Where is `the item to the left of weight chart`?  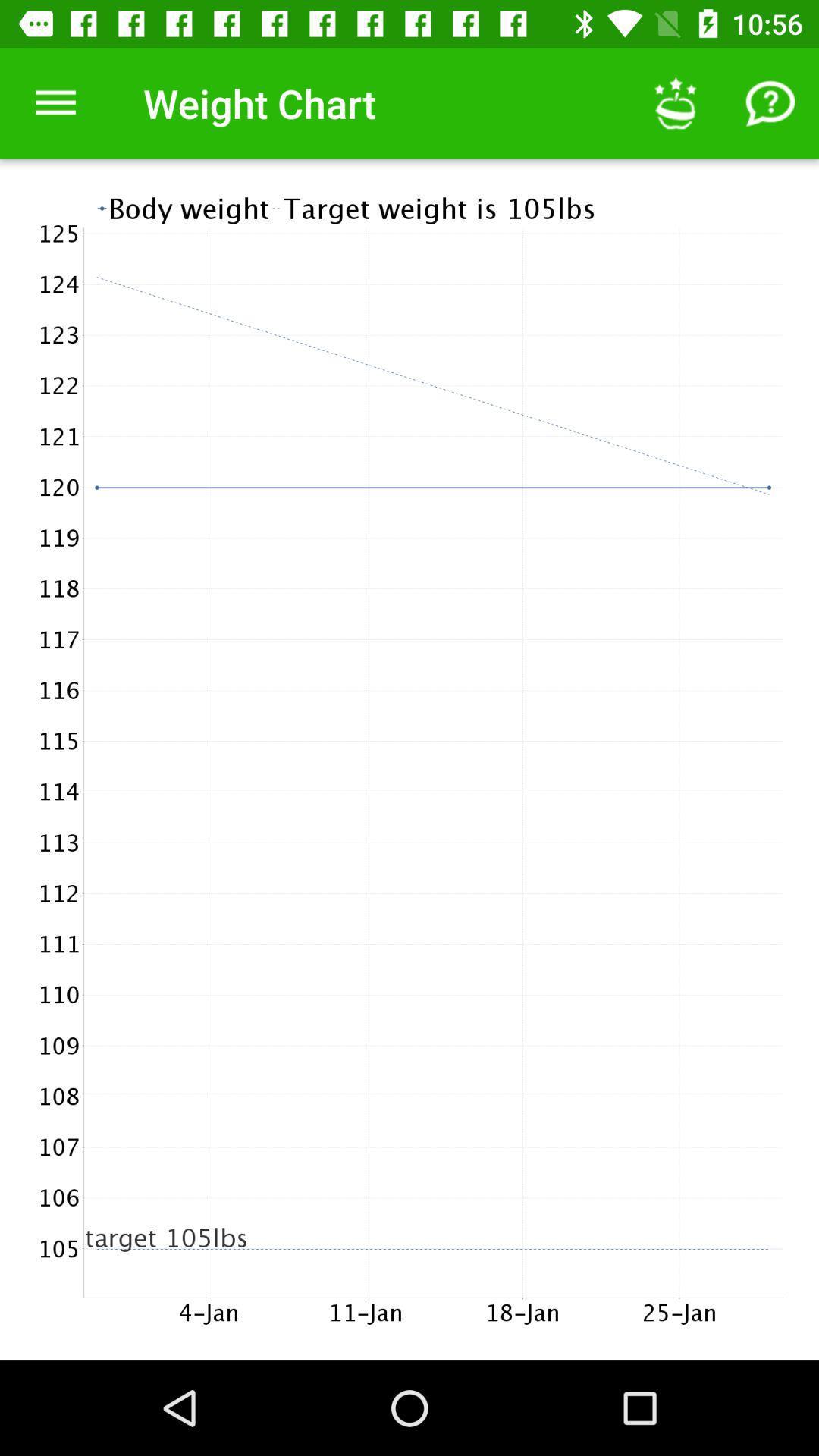 the item to the left of weight chart is located at coordinates (55, 102).